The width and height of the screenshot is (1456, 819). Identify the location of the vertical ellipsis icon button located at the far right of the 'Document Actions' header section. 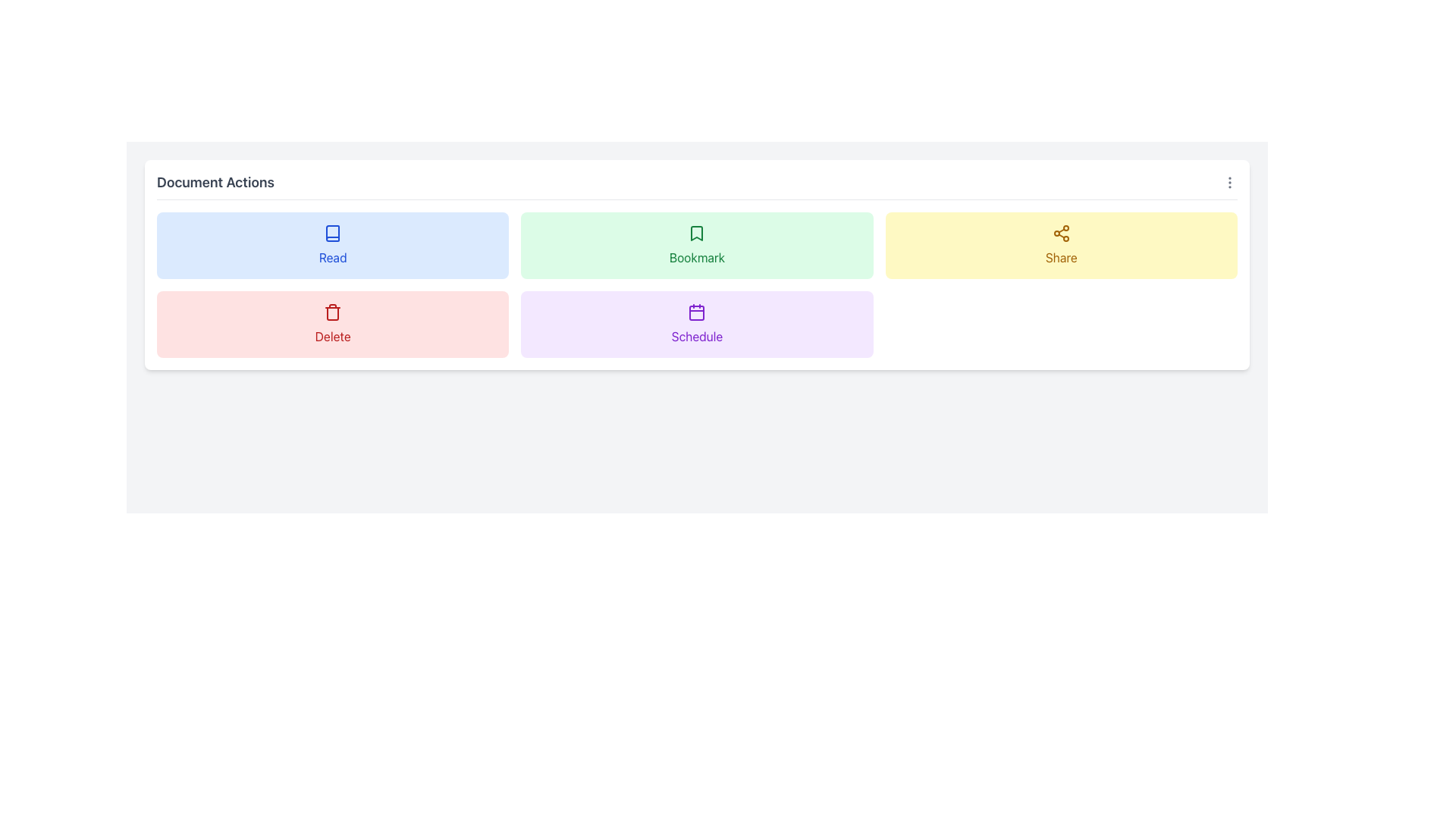
(1230, 181).